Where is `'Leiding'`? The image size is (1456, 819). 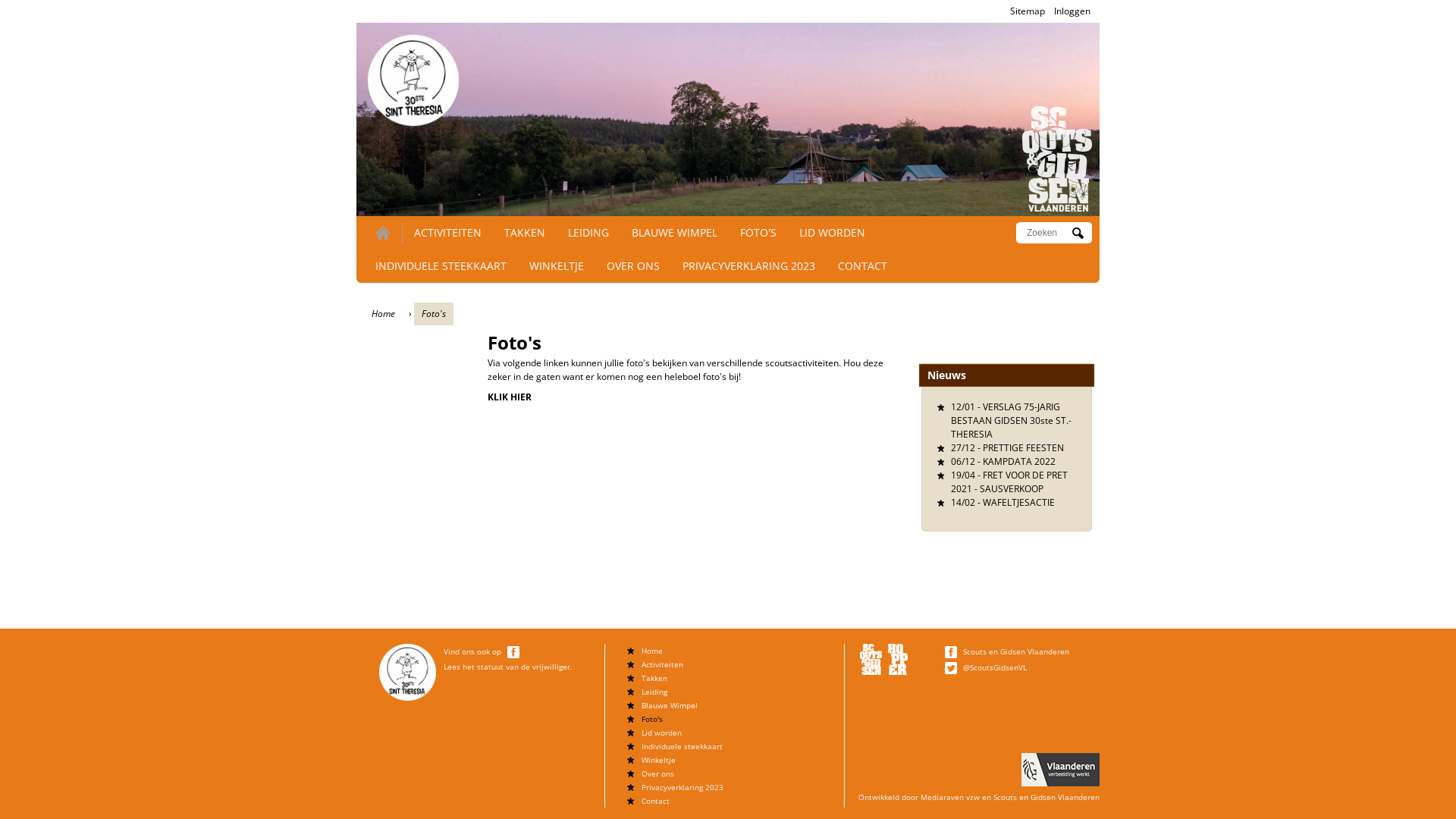 'Leiding' is located at coordinates (641, 691).